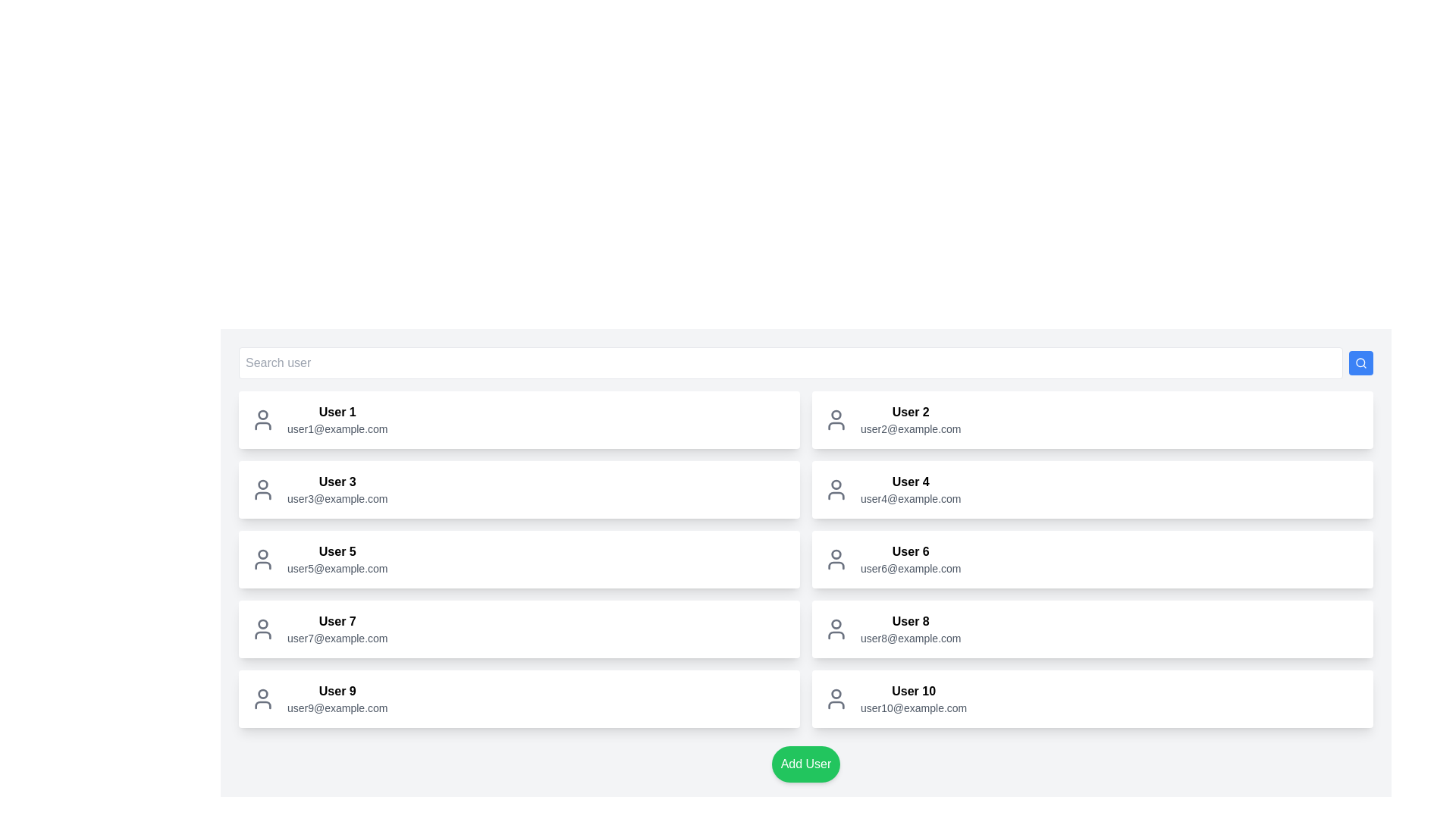 The width and height of the screenshot is (1456, 819). I want to click on the lower part of the user profile icon (shoulders) for 'User 2' in the second row of the right-hand column interface, so click(836, 426).